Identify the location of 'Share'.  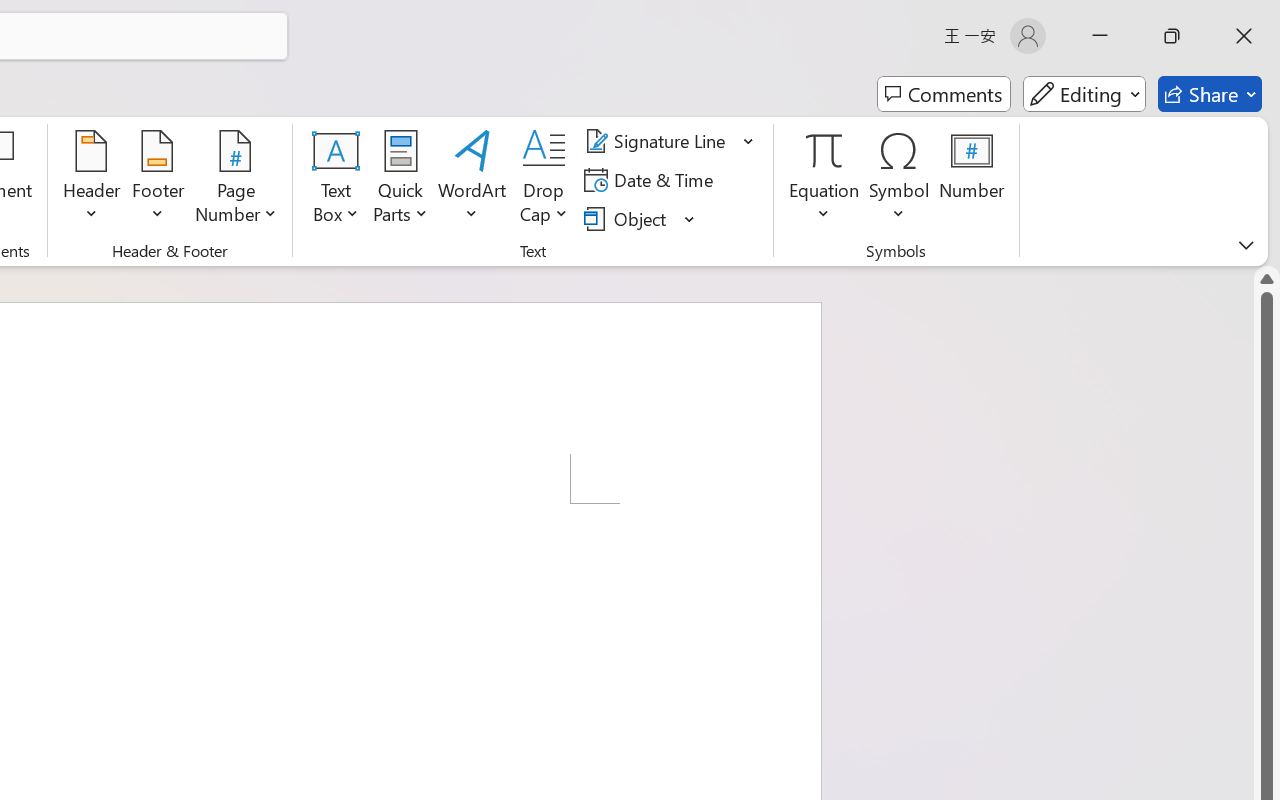
(1209, 94).